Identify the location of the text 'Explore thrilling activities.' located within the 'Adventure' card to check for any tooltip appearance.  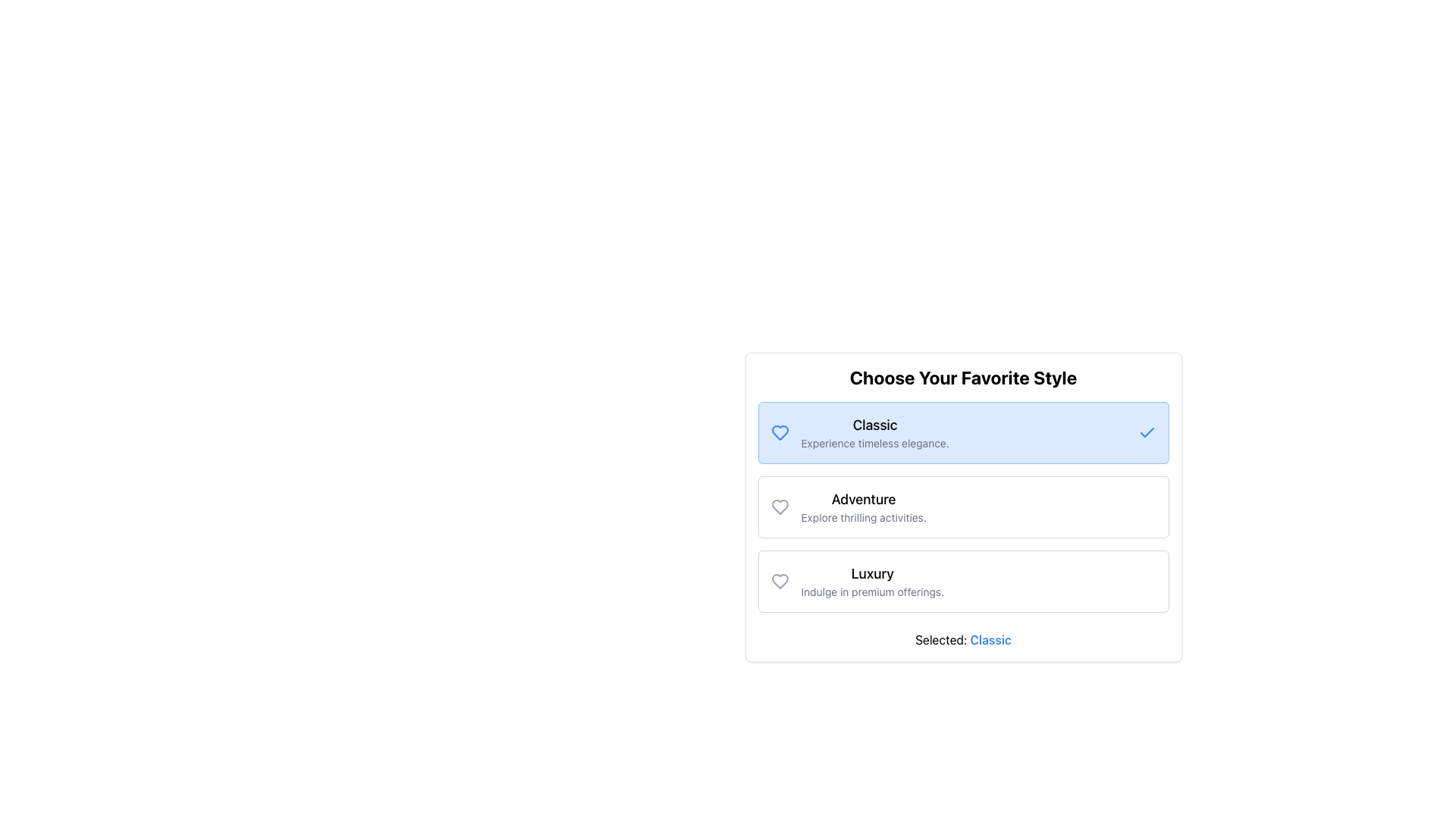
(864, 516).